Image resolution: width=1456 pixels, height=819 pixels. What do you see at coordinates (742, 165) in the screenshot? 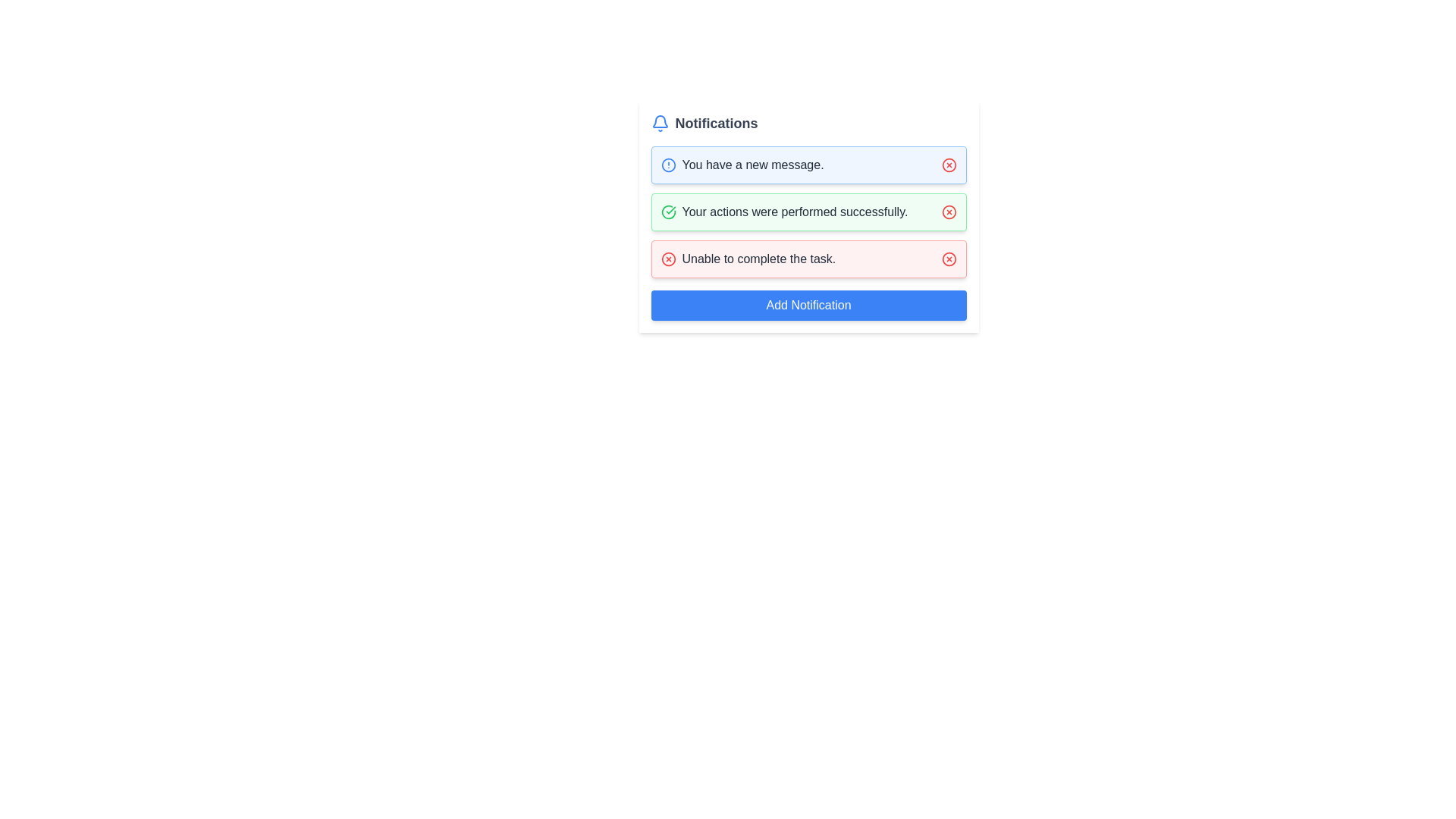
I see `the TextLabel displaying 'You have a new message.' which is styled in black sans-serif font and located within the notification box` at bounding box center [742, 165].